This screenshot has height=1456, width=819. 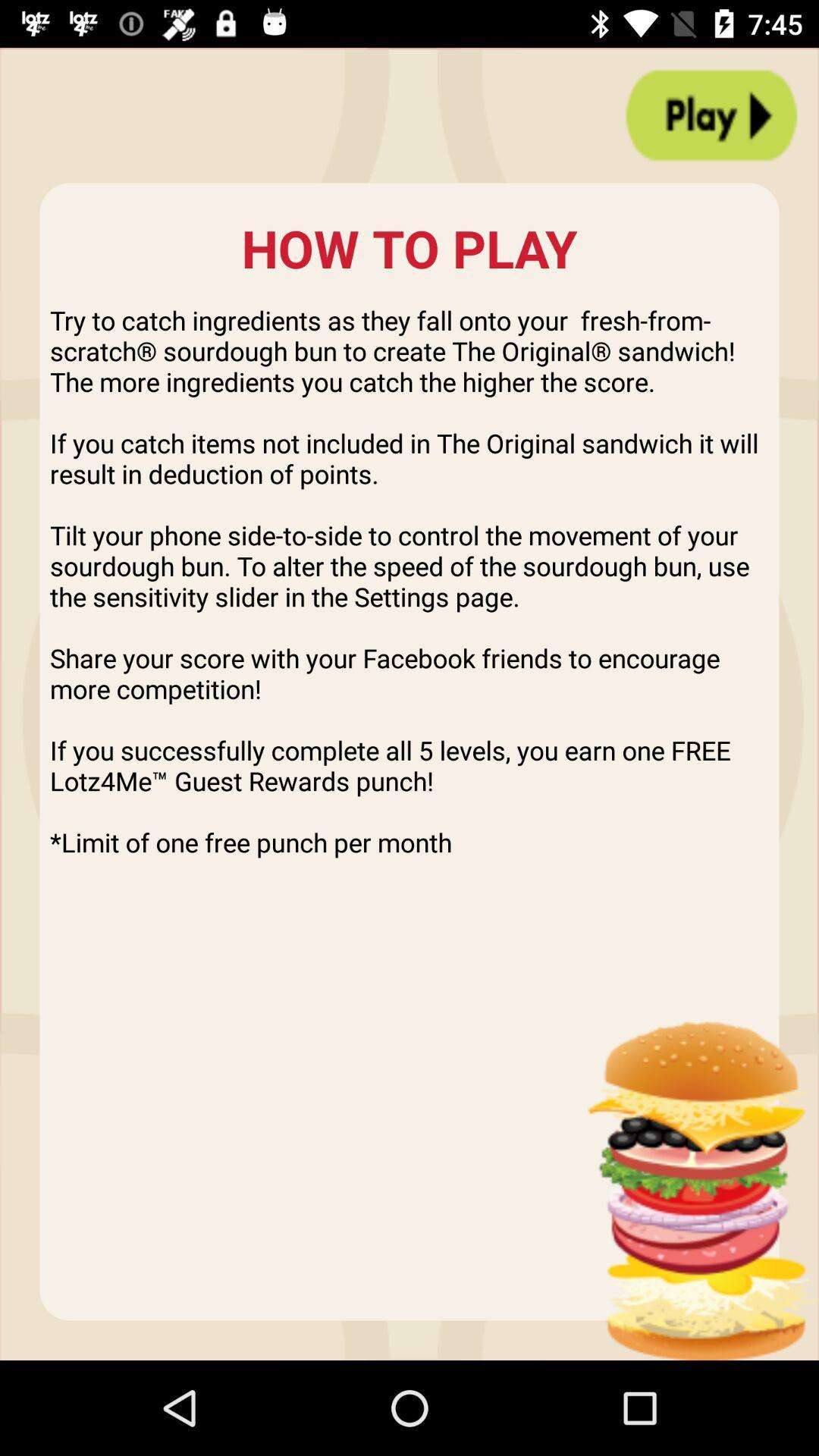 What do you see at coordinates (711, 115) in the screenshot?
I see `play` at bounding box center [711, 115].